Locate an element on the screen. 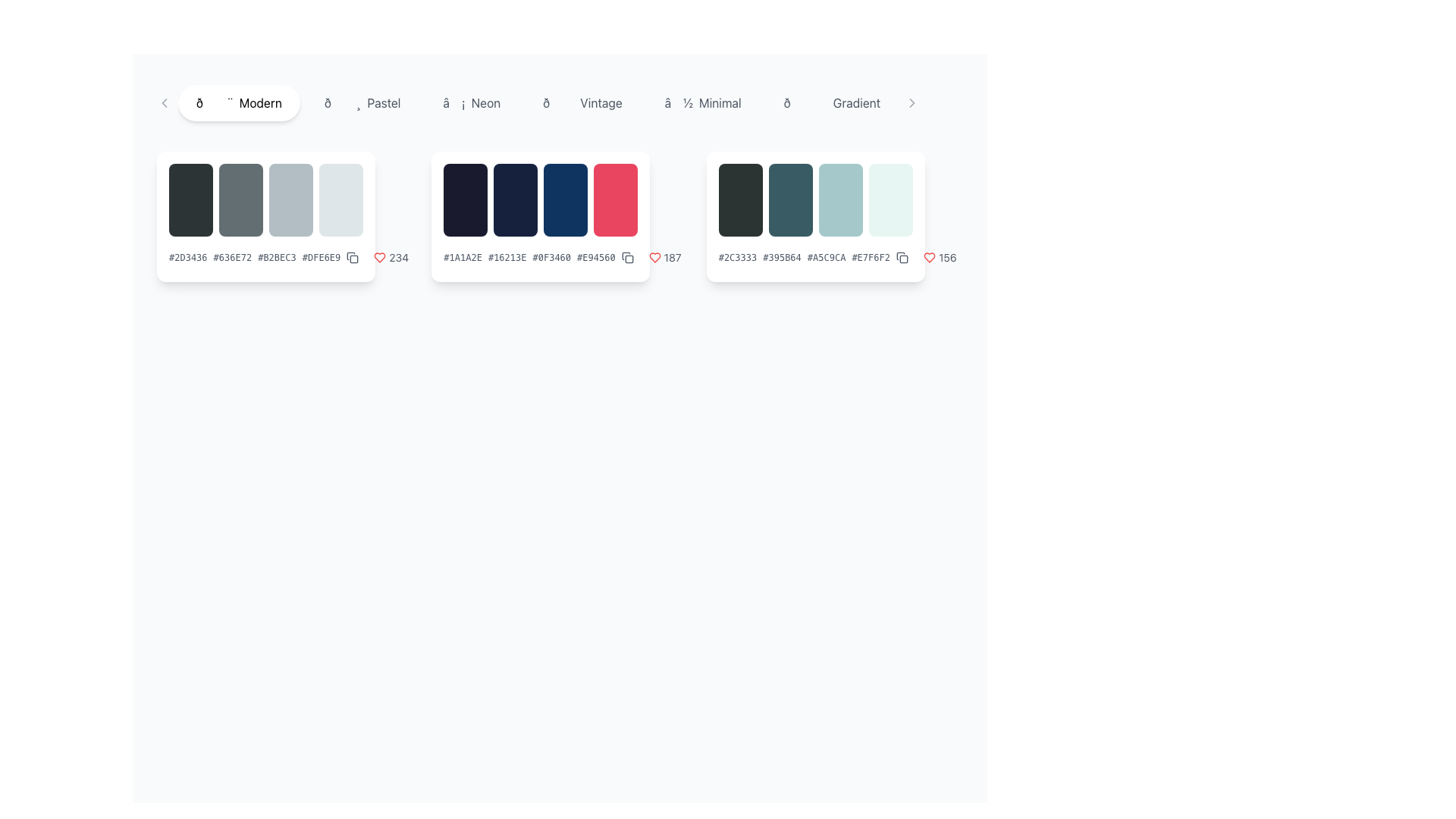  the text label displaying the hexadecimal color code '#2D3436' to focus on it is located at coordinates (187, 256).